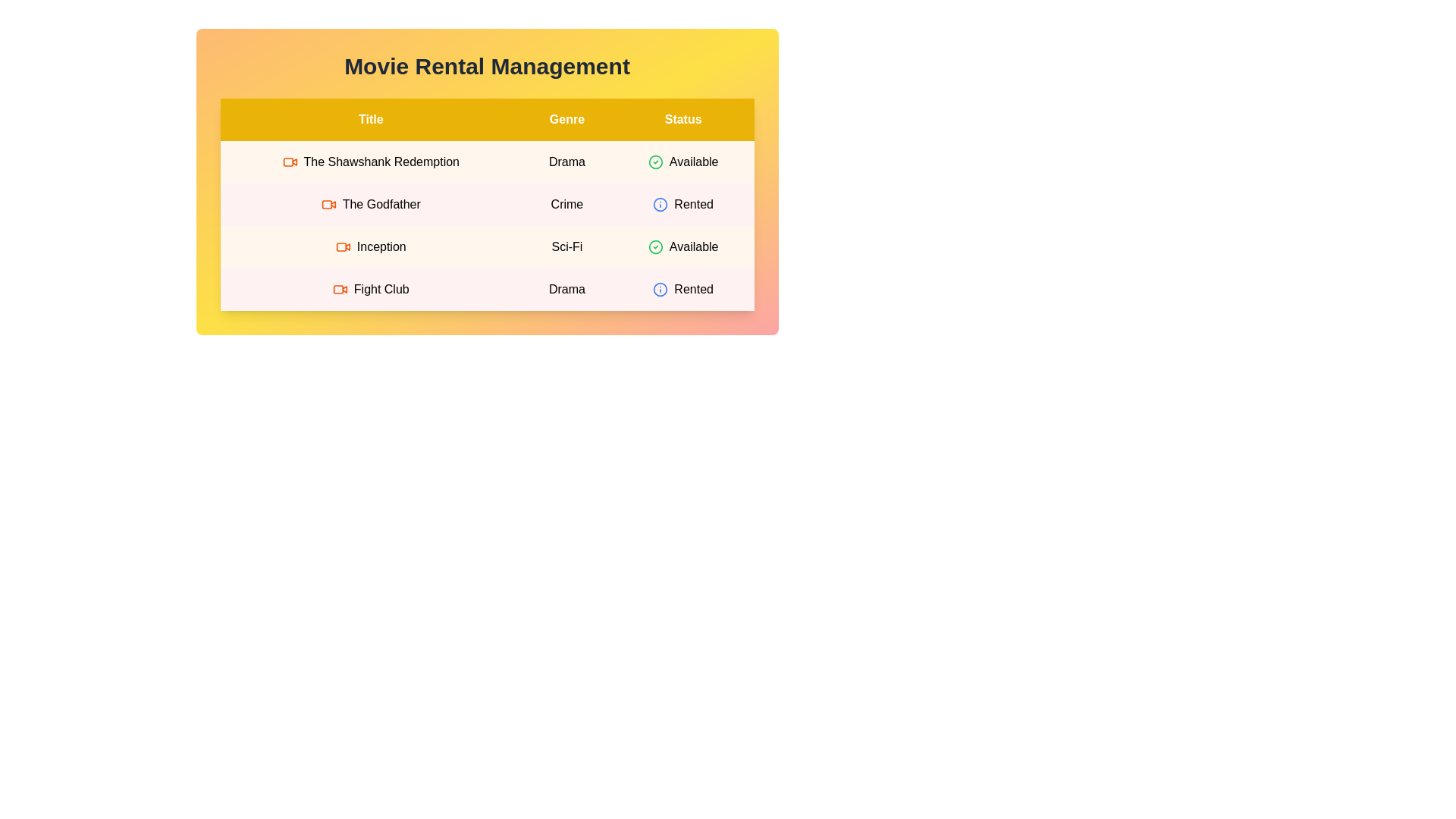  I want to click on the status icon for the movie 'The Godfather' to view its rental status details, so click(661, 205).